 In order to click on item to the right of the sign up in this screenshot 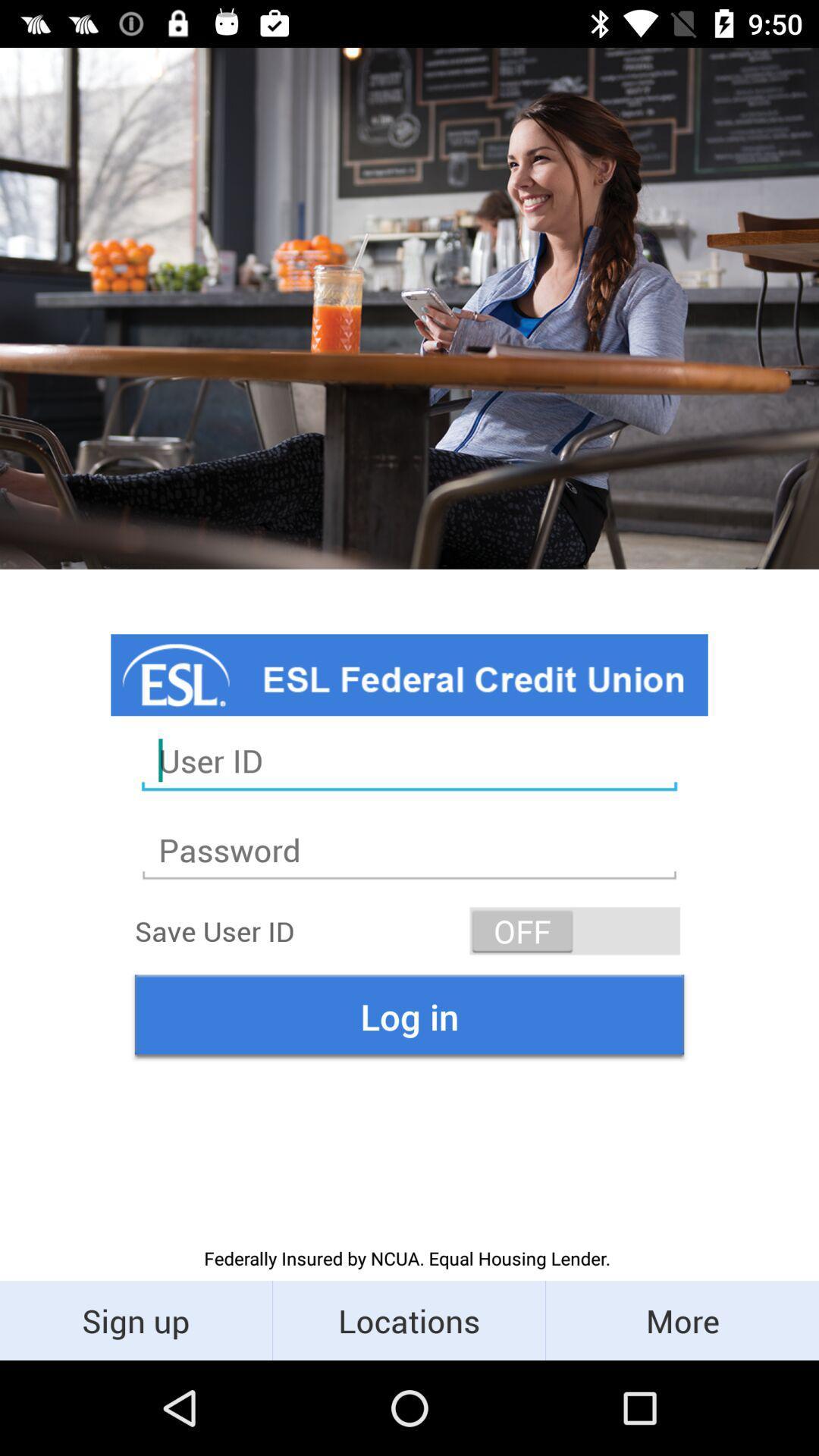, I will do `click(408, 1319)`.